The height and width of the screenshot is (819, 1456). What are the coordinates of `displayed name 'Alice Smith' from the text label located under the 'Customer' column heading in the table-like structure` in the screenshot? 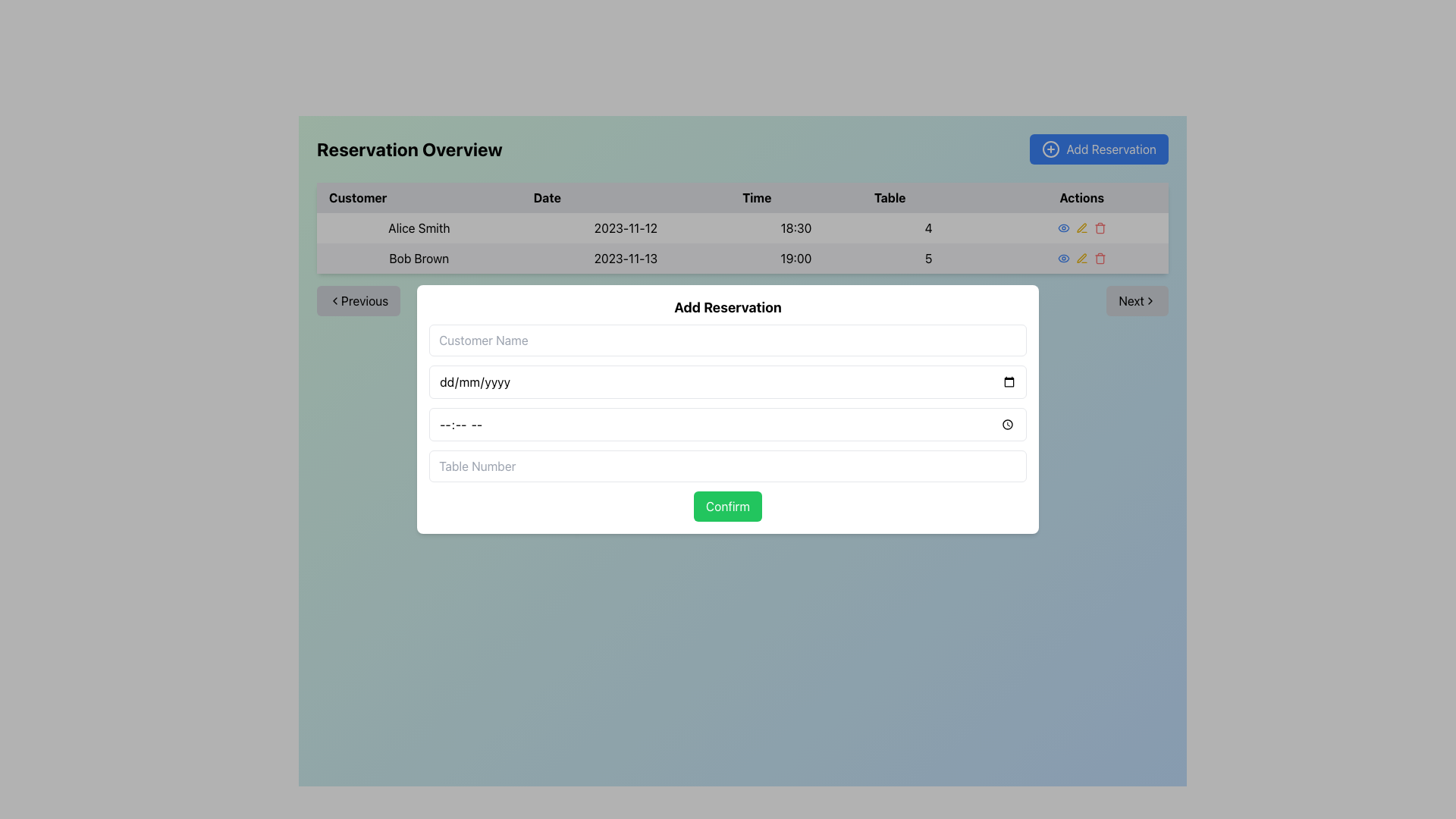 It's located at (419, 227).